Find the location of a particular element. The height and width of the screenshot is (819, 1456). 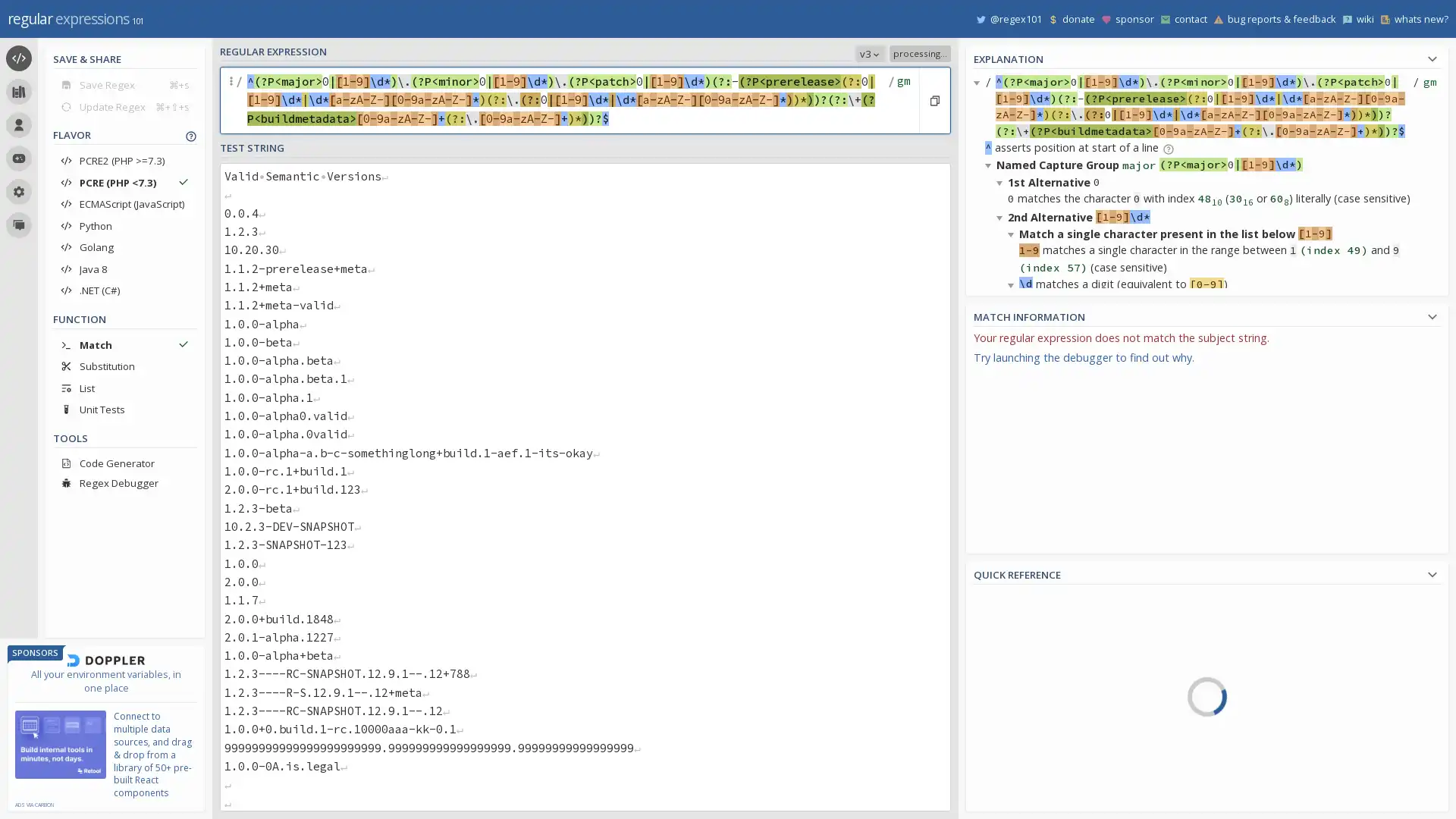

Collapse Subtree is located at coordinates (1002, 560).